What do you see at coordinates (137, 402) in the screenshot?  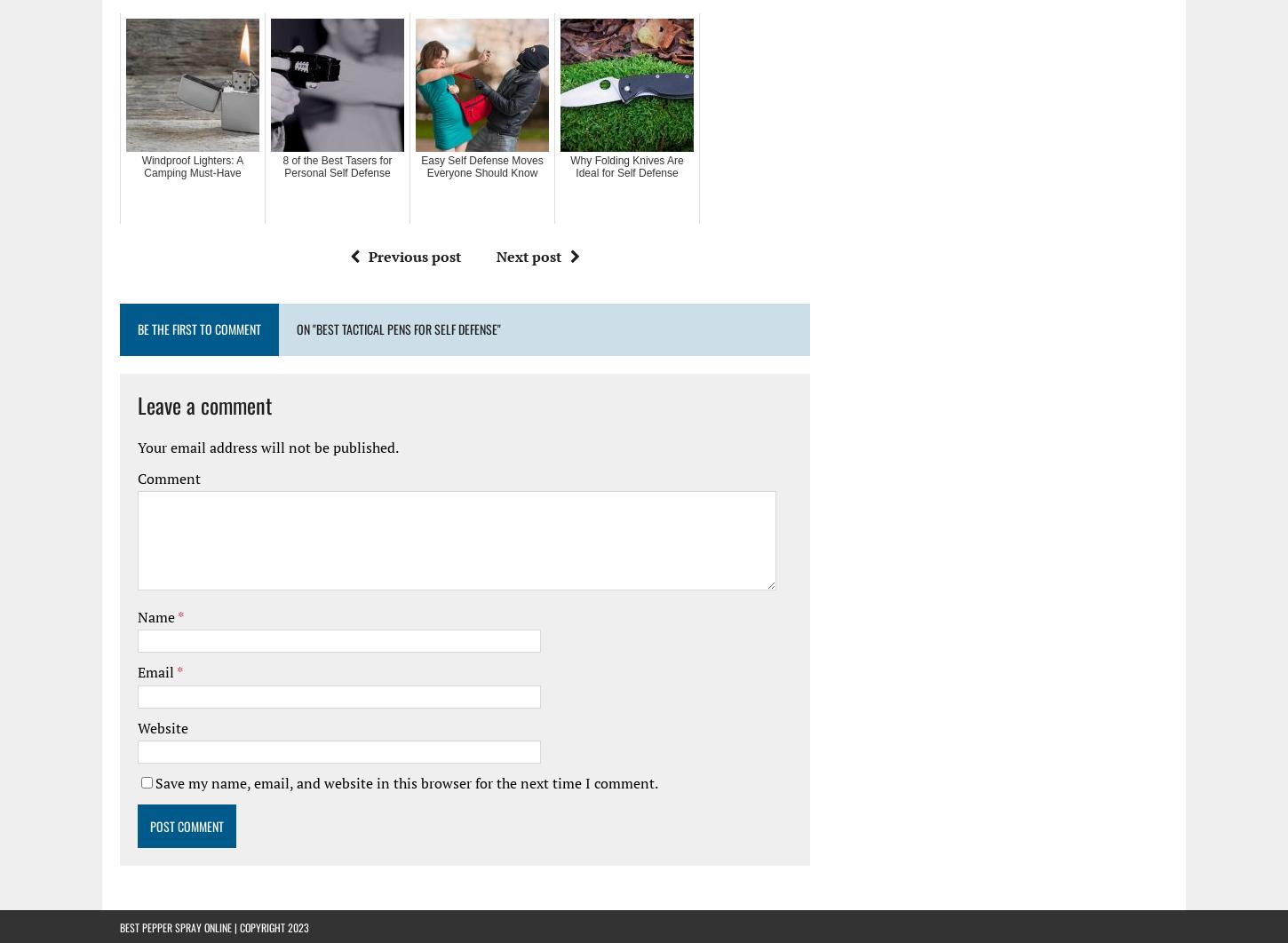 I see `'Leave a comment'` at bounding box center [137, 402].